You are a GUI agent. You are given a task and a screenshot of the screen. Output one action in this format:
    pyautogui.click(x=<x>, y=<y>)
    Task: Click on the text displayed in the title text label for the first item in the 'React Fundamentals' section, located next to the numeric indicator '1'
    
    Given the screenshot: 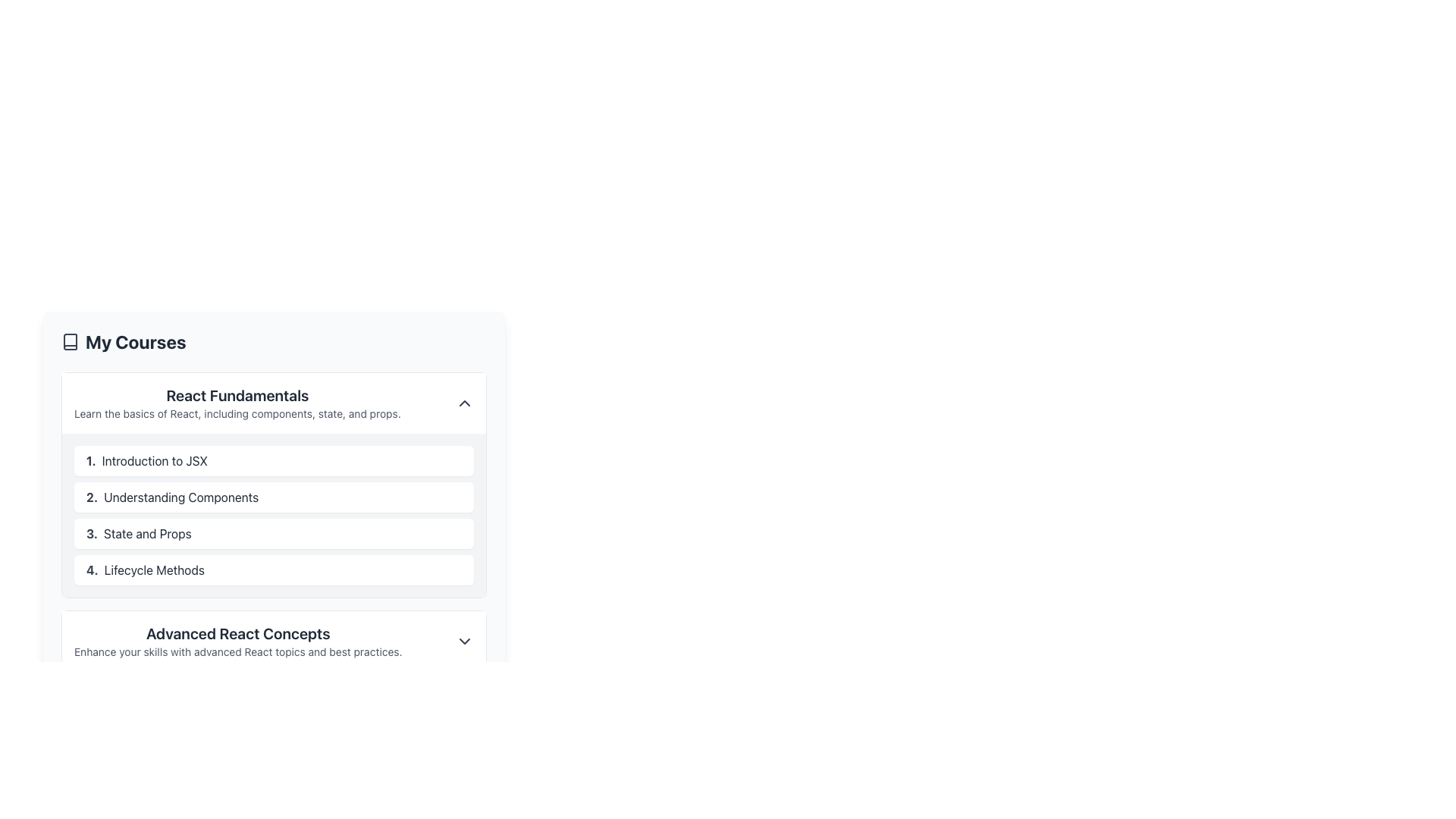 What is the action you would take?
    pyautogui.click(x=155, y=460)
    